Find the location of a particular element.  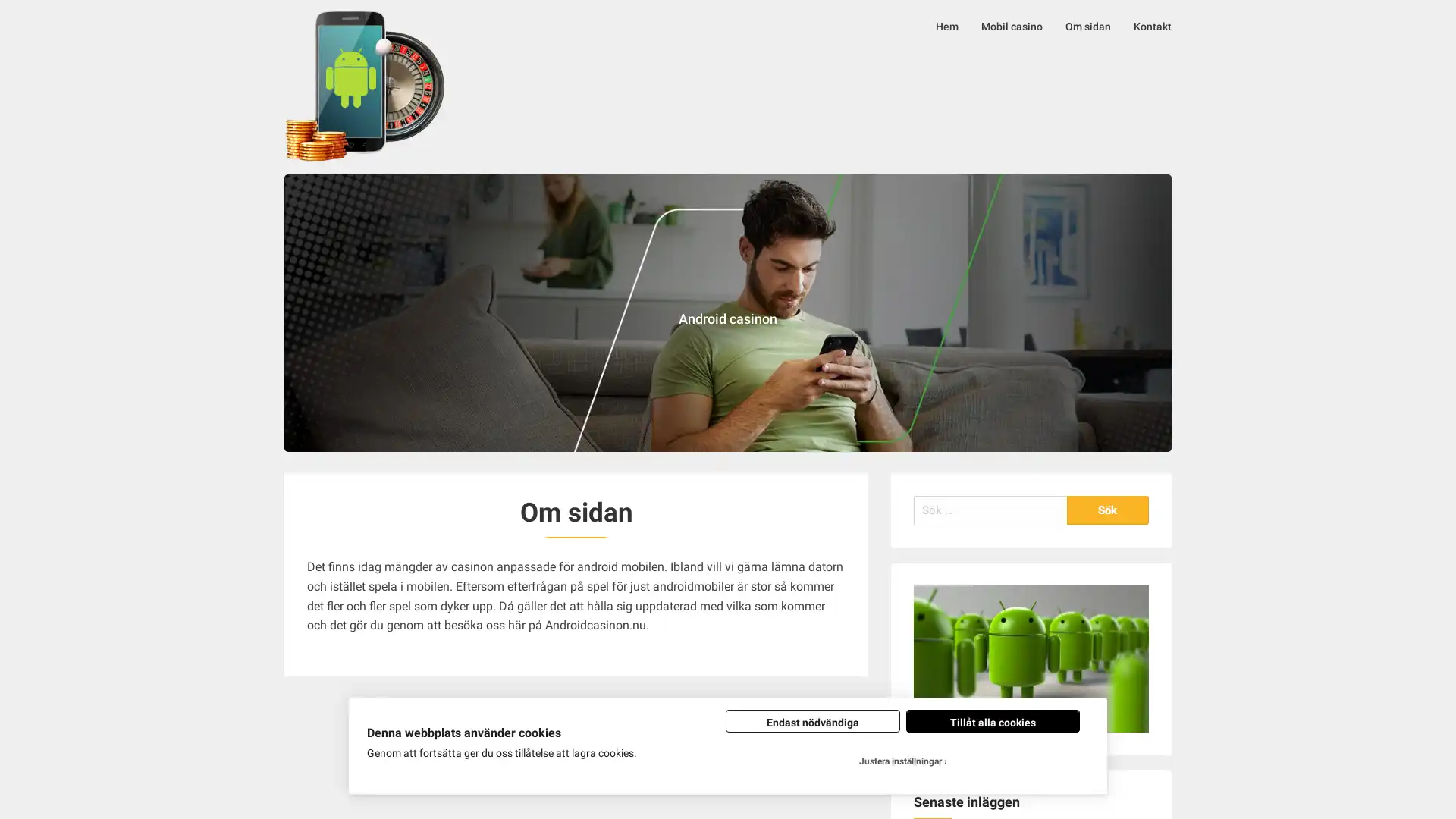

Tillat alla cookies is located at coordinates (993, 720).